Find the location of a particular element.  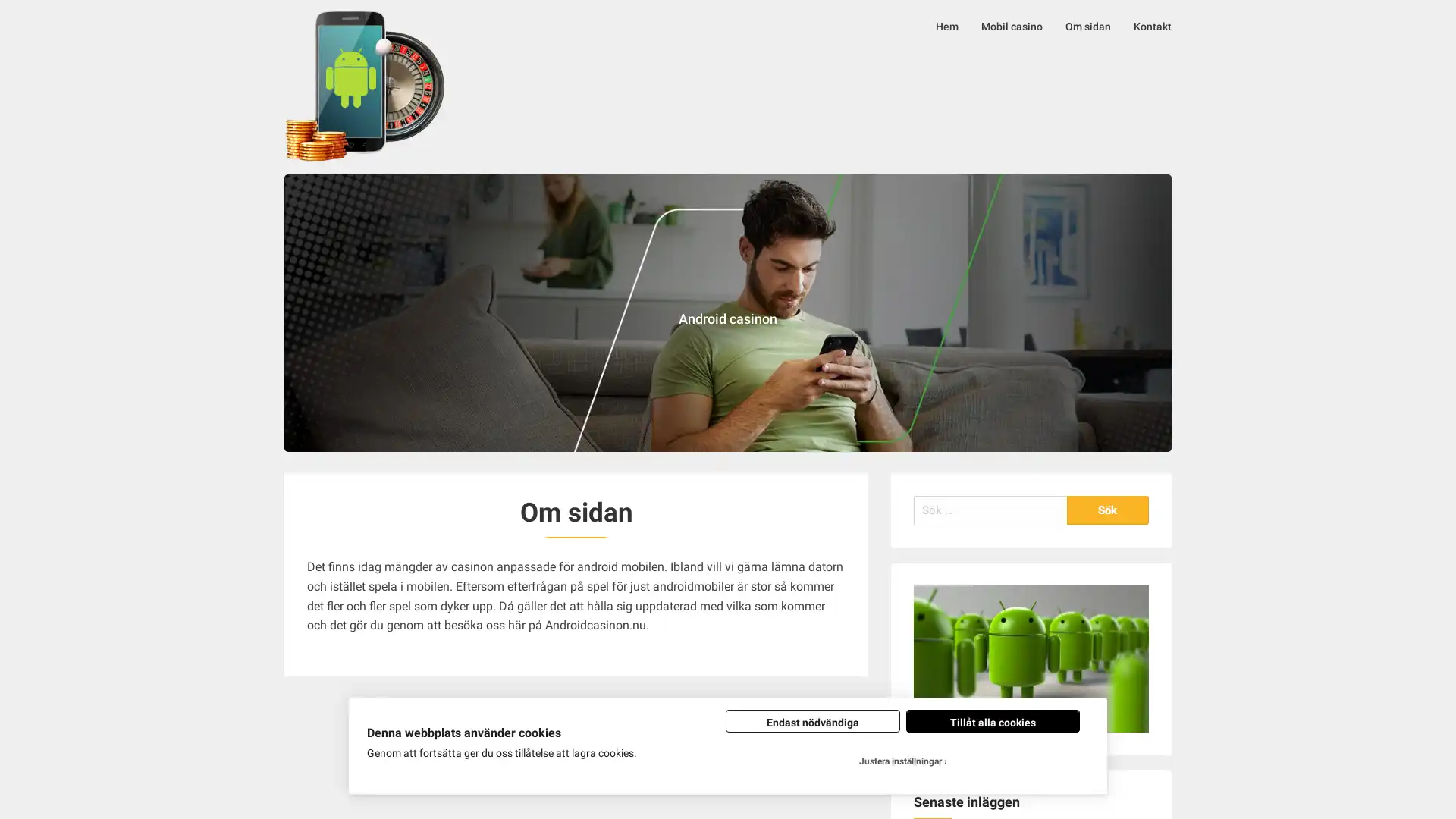

Tillat alla cookies is located at coordinates (993, 720).